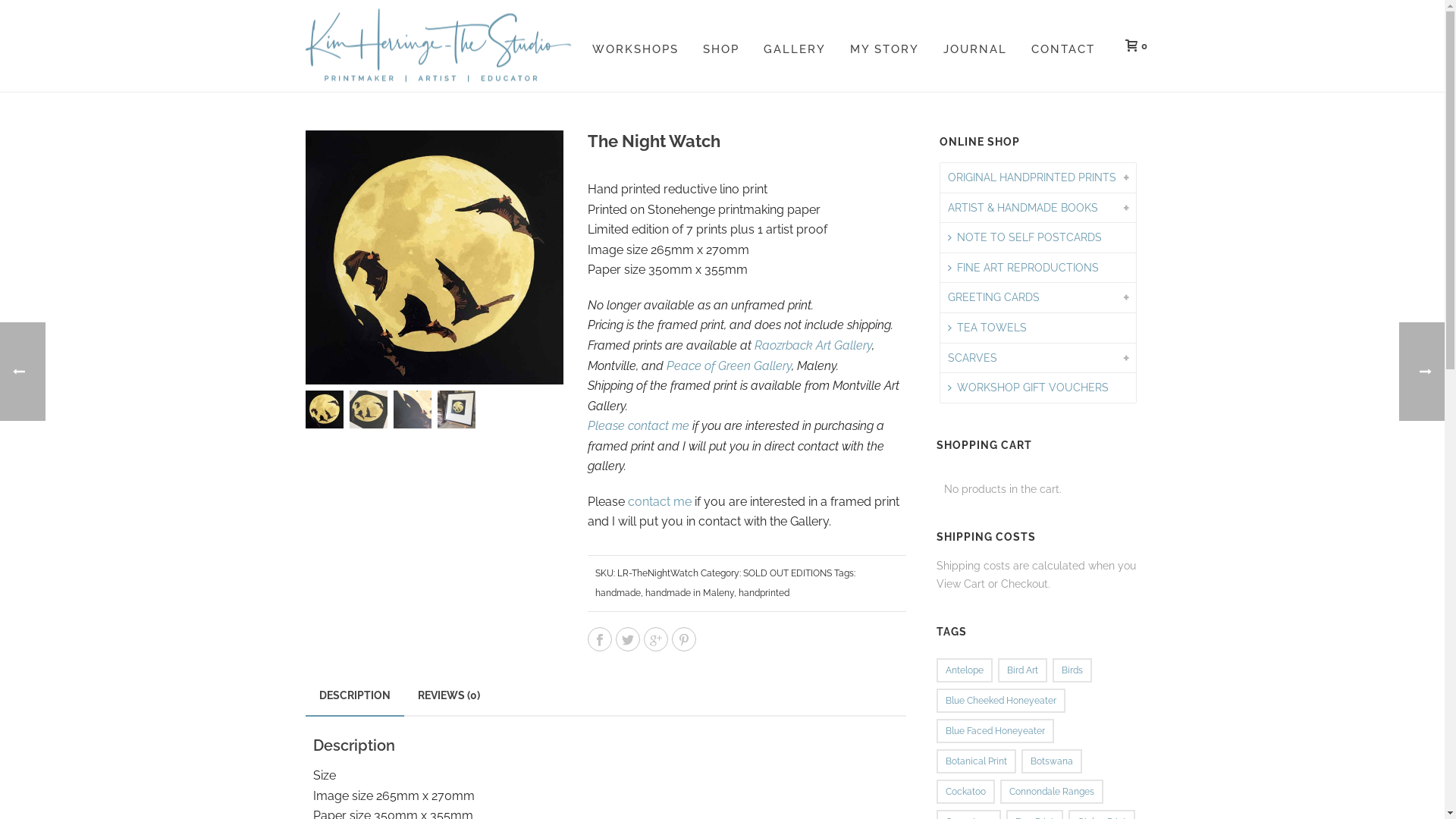 This screenshot has width=1456, height=819. Describe the element at coordinates (578, 45) in the screenshot. I see `'WORKSHOPS'` at that location.